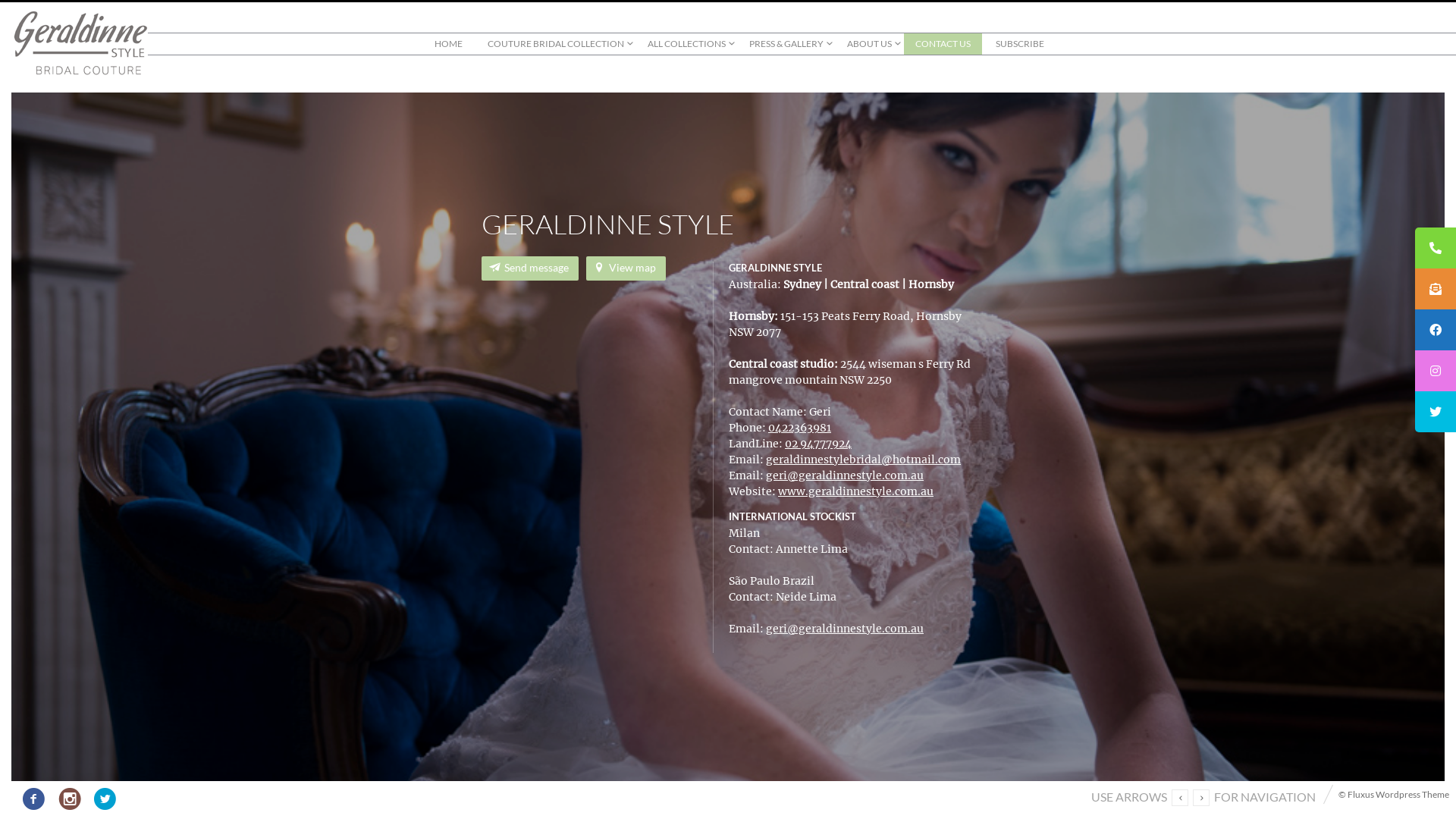 The width and height of the screenshot is (1456, 819). I want to click on 'Connect on Instagram', so click(68, 795).